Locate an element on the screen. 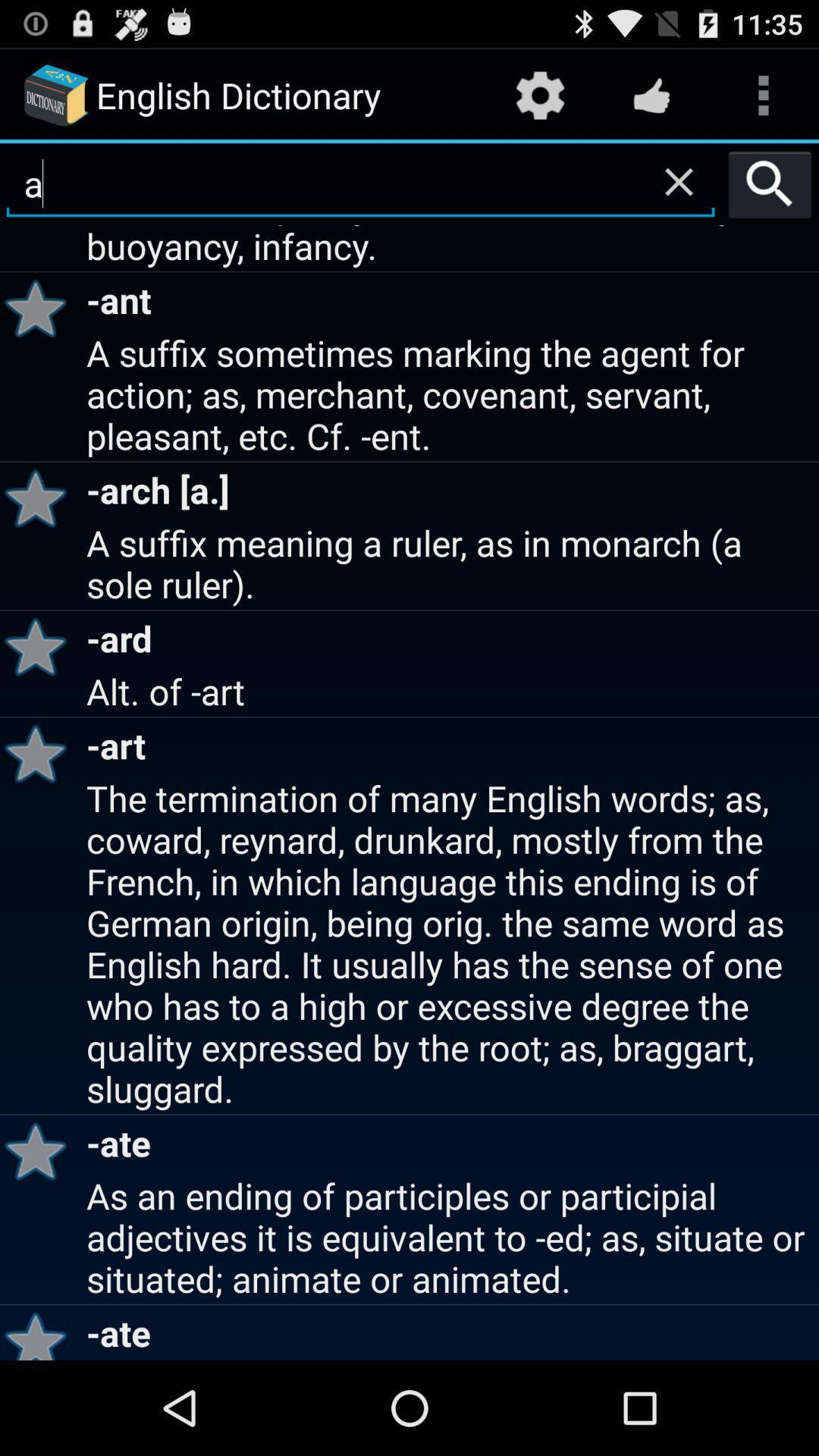  the search icon is located at coordinates (770, 196).